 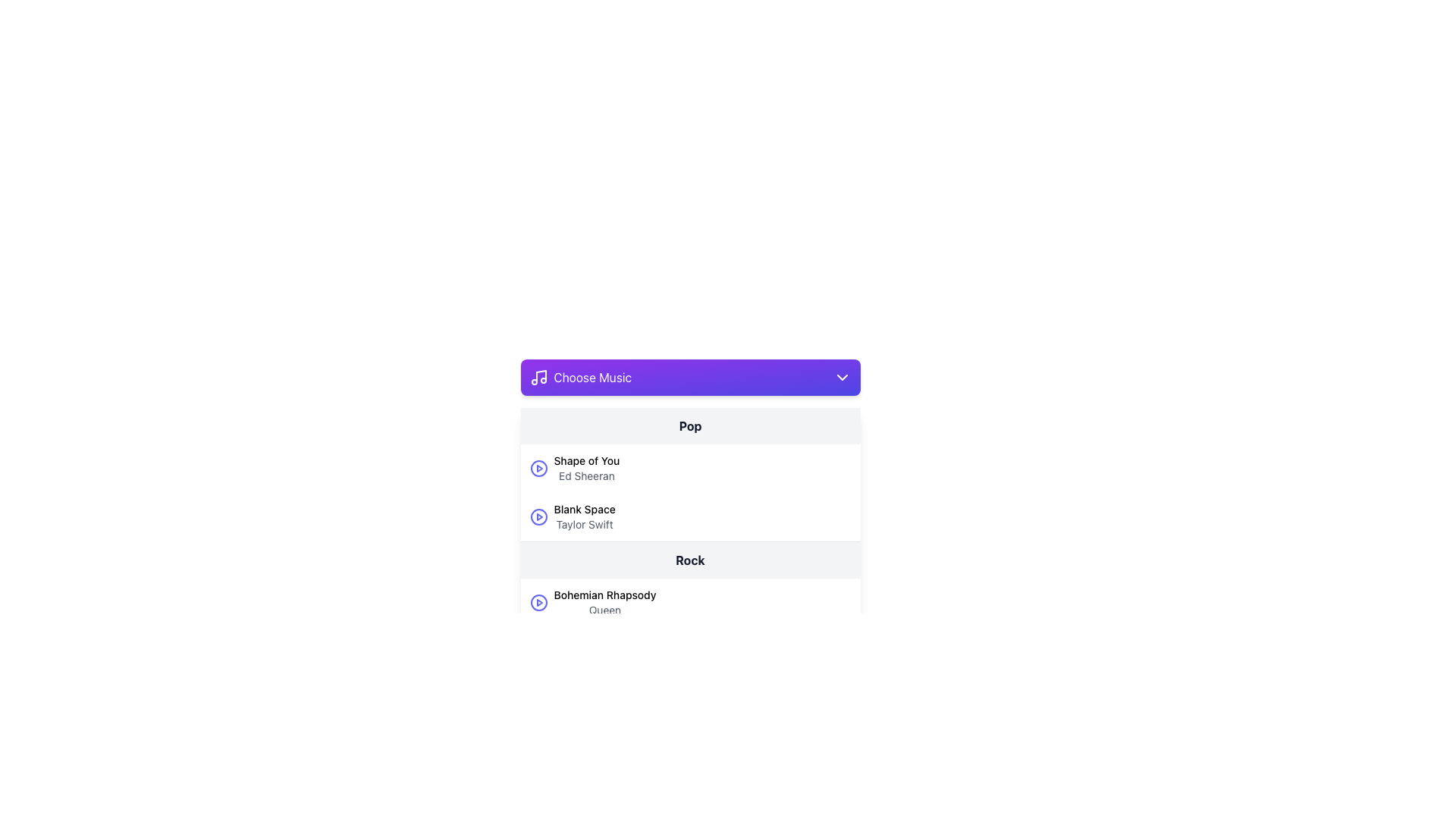 I want to click on the text label displaying 'Blank Space', so click(x=584, y=509).